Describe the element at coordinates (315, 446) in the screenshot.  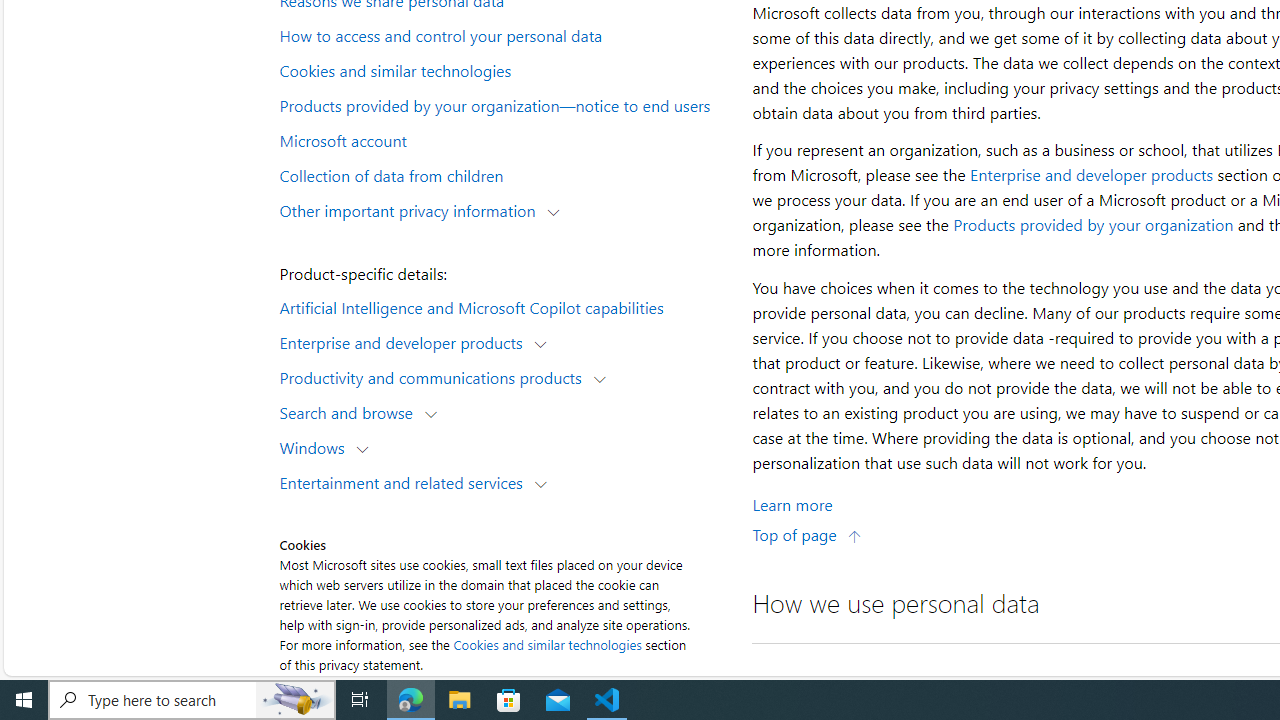
I see `'Windows'` at that location.